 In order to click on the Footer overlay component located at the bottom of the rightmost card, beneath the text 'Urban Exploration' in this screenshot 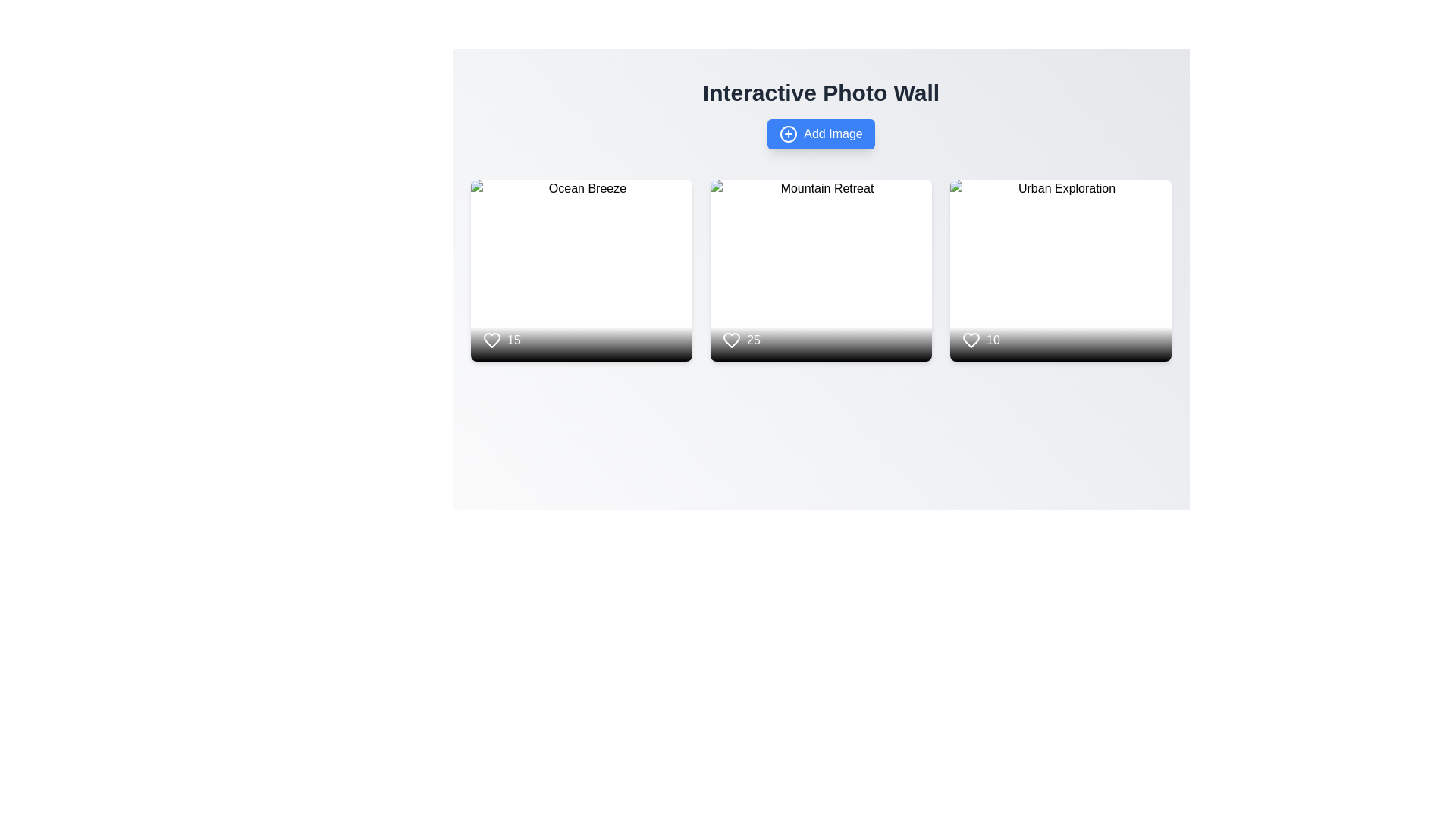, I will do `click(1059, 326)`.